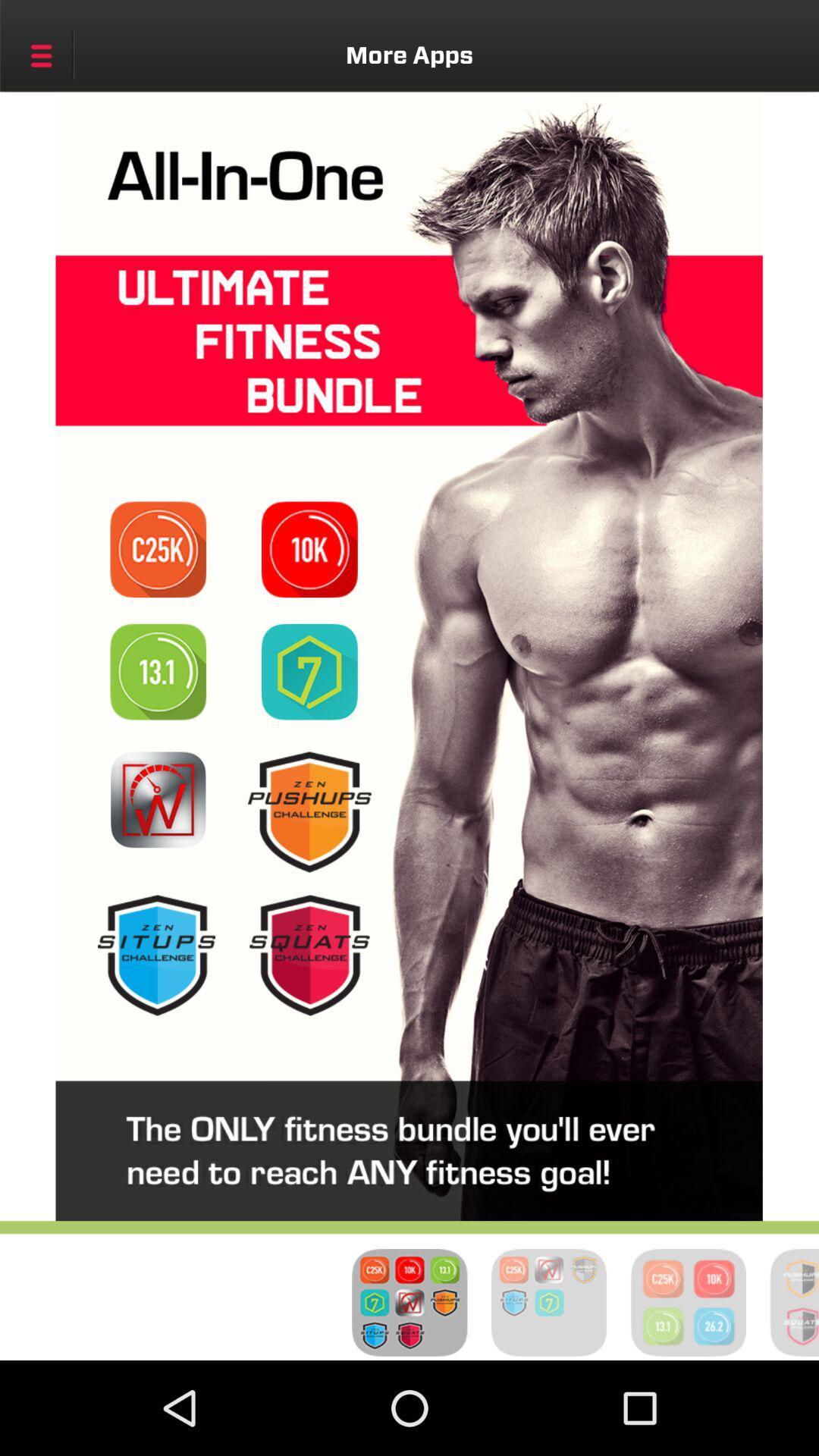 This screenshot has height=1456, width=819. What do you see at coordinates (40, 55) in the screenshot?
I see `the icon next to the more apps` at bounding box center [40, 55].